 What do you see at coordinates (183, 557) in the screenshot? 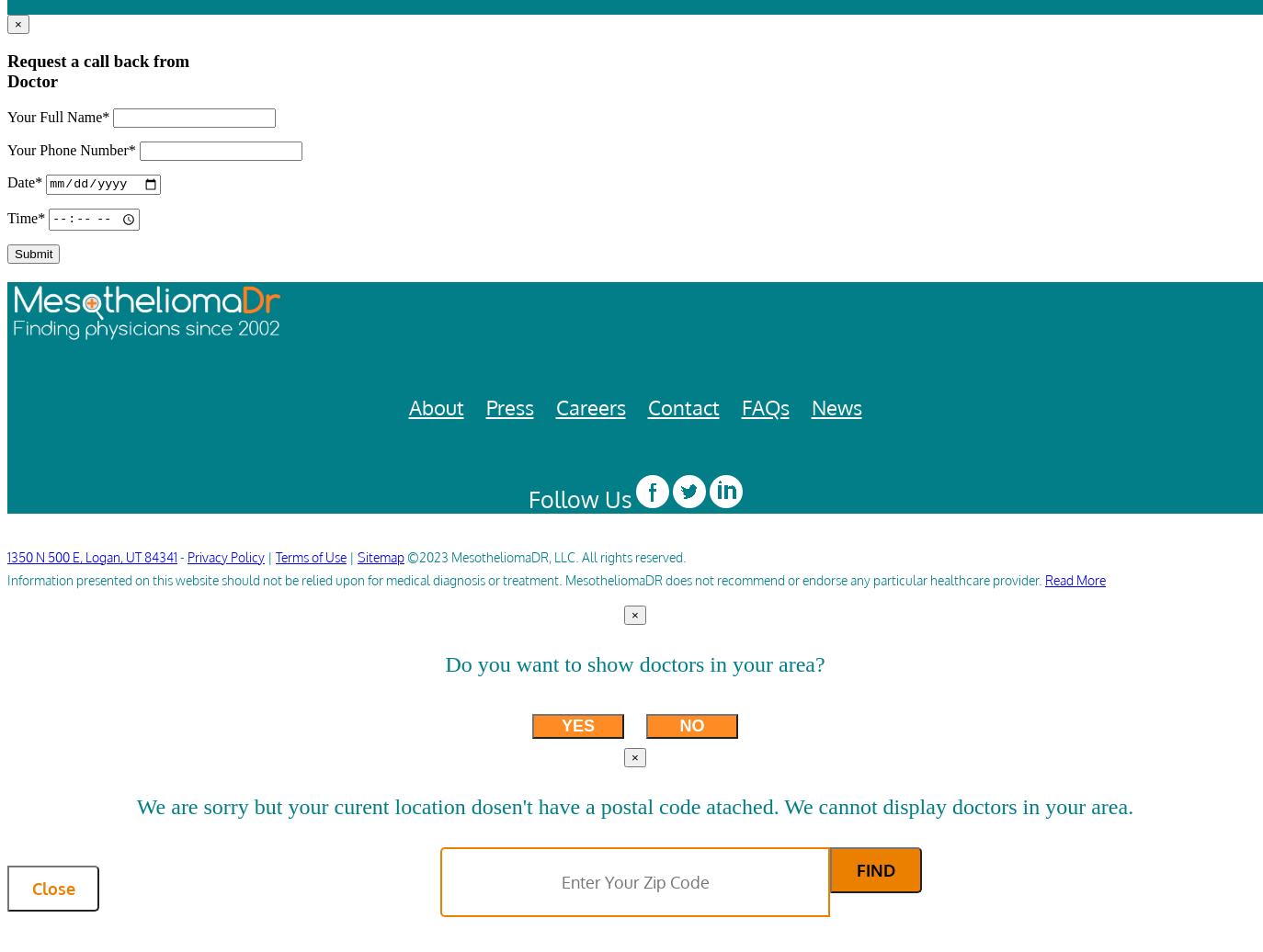
I see `'-'` at bounding box center [183, 557].